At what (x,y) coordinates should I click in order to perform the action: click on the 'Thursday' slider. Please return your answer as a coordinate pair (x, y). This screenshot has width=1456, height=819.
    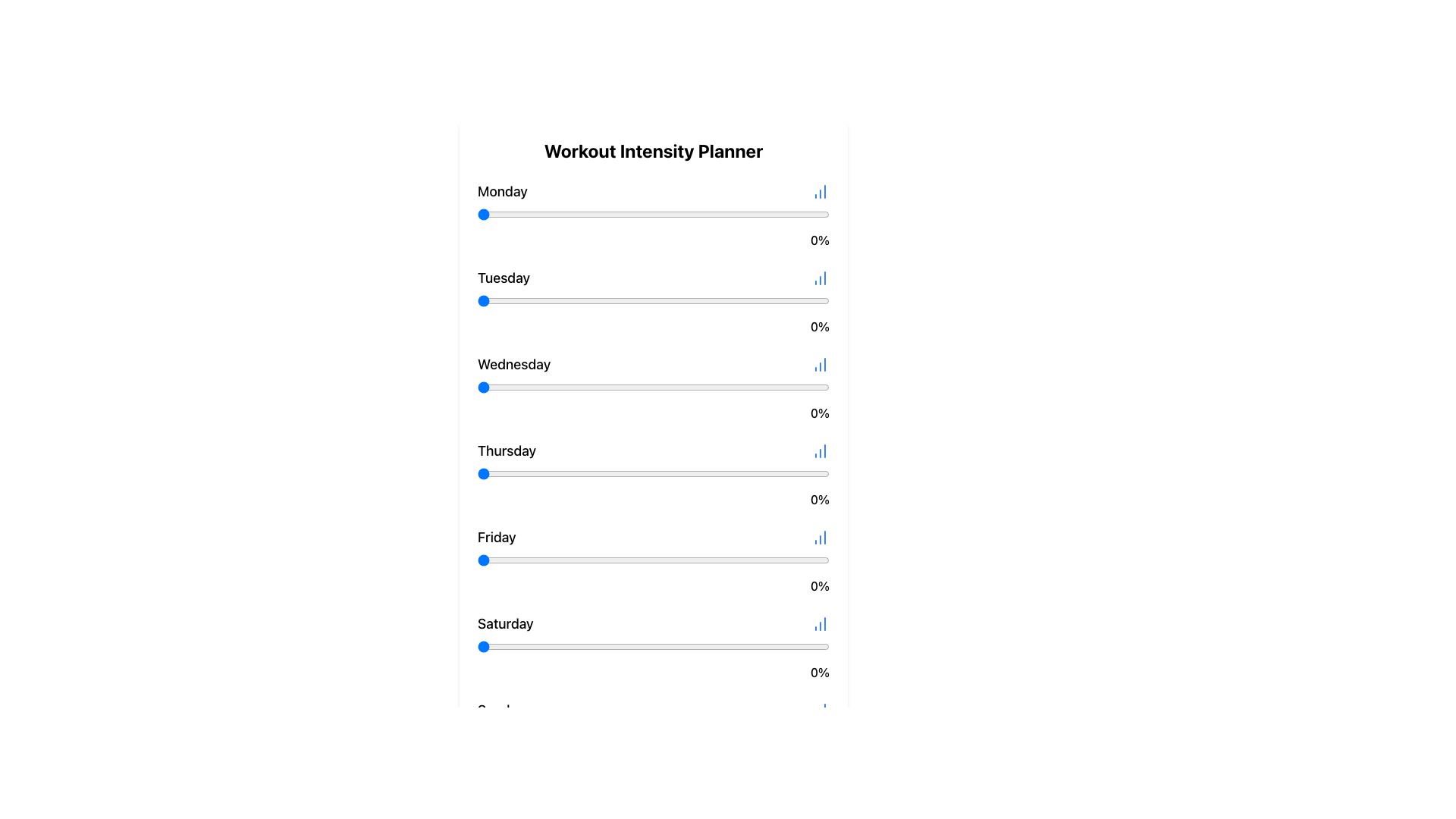
    Looking at the image, I should click on (709, 472).